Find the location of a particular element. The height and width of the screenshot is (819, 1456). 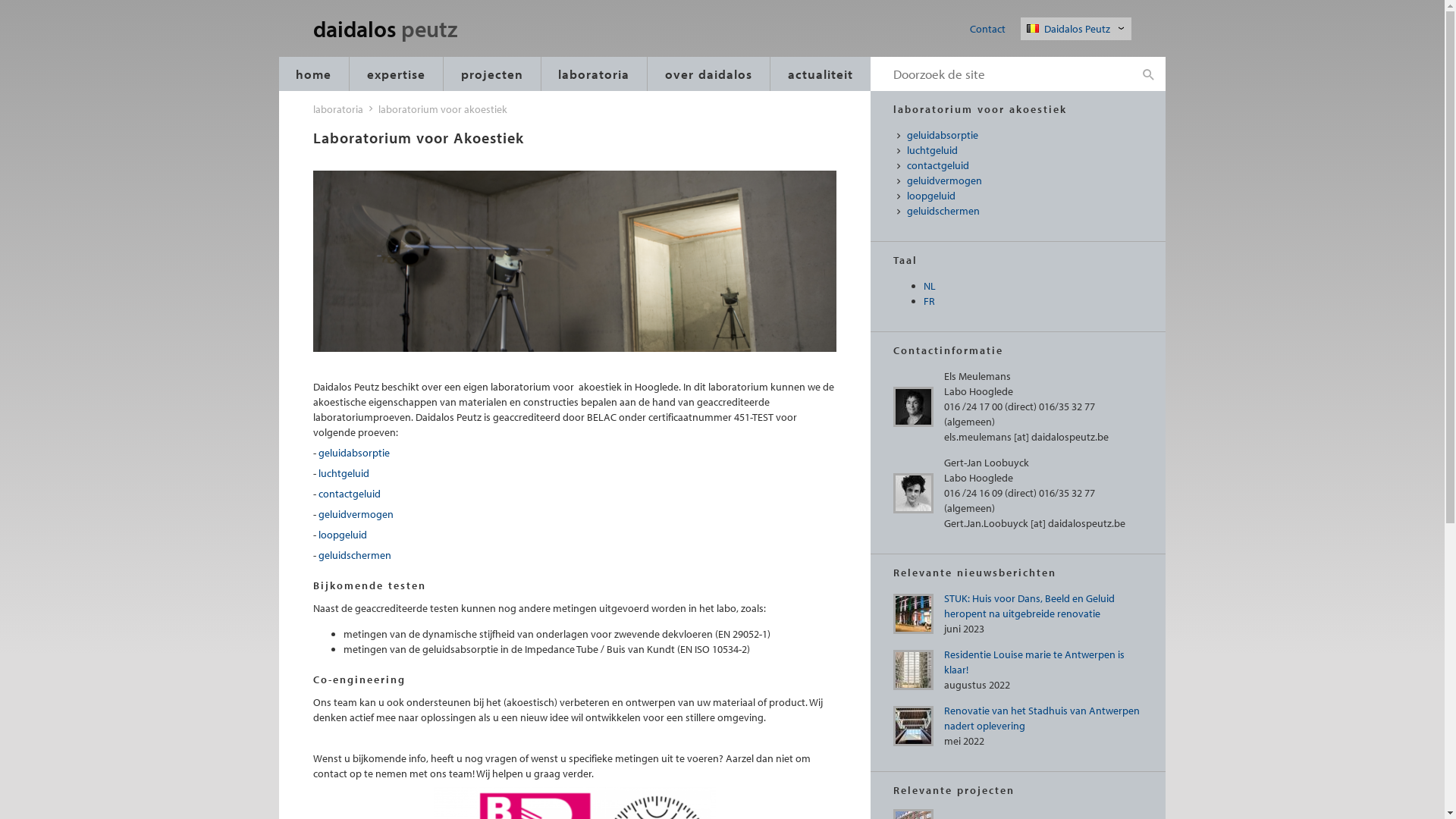

'NL' is located at coordinates (923, 286).